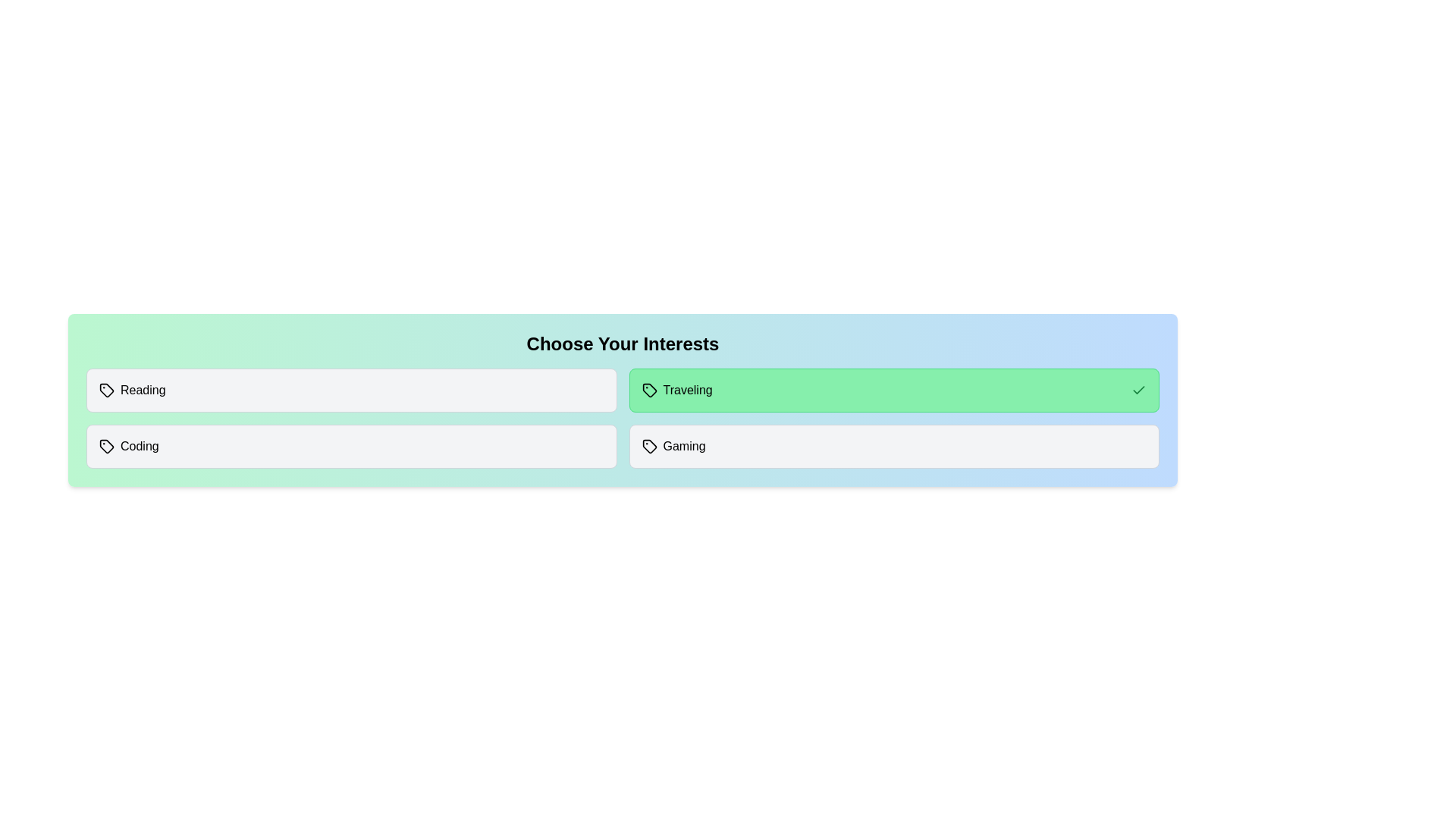 This screenshot has height=819, width=1456. I want to click on the interest item Traveling, so click(894, 390).